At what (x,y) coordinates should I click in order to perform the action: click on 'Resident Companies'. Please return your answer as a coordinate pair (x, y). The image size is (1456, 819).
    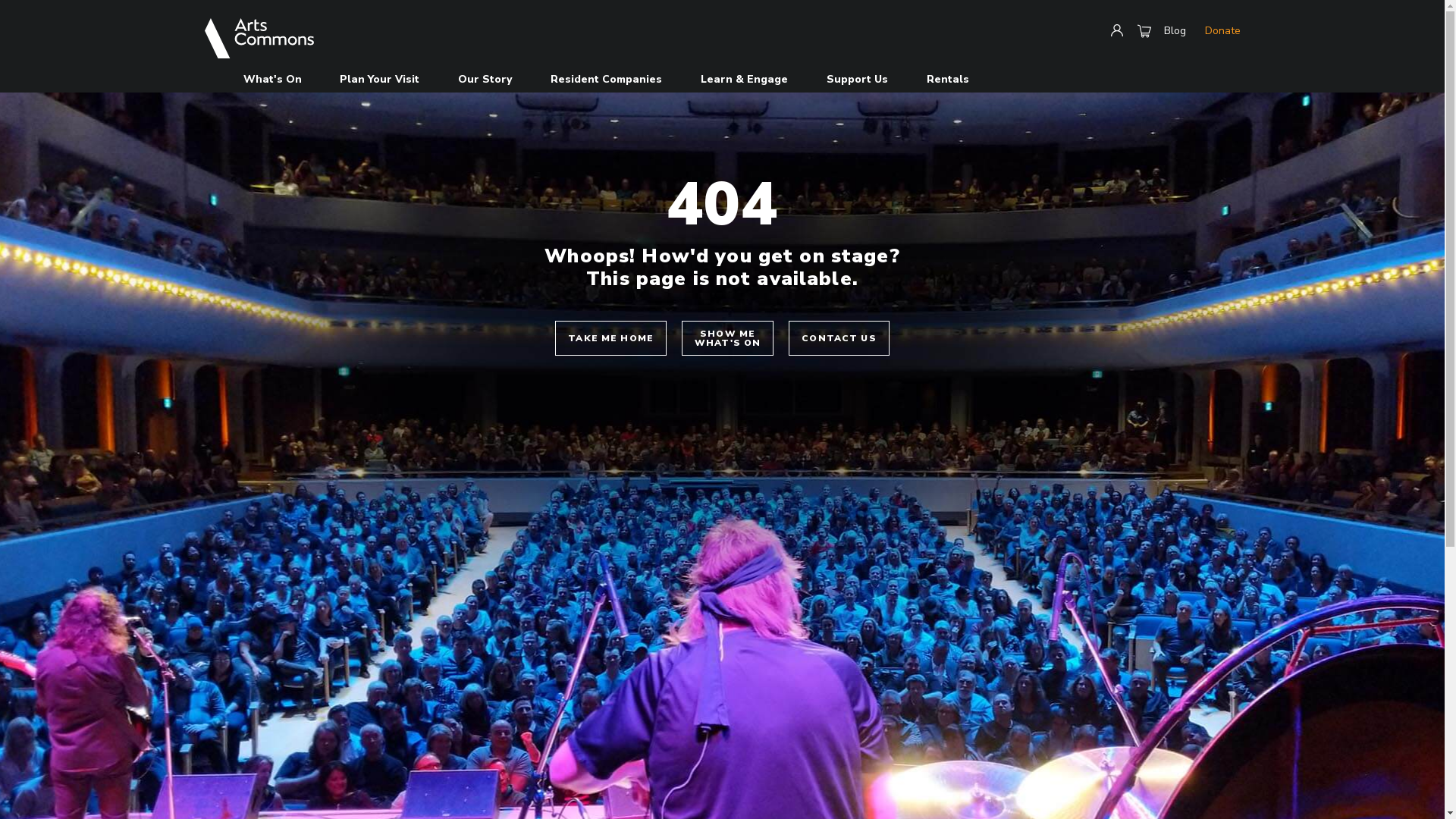
    Looking at the image, I should click on (605, 79).